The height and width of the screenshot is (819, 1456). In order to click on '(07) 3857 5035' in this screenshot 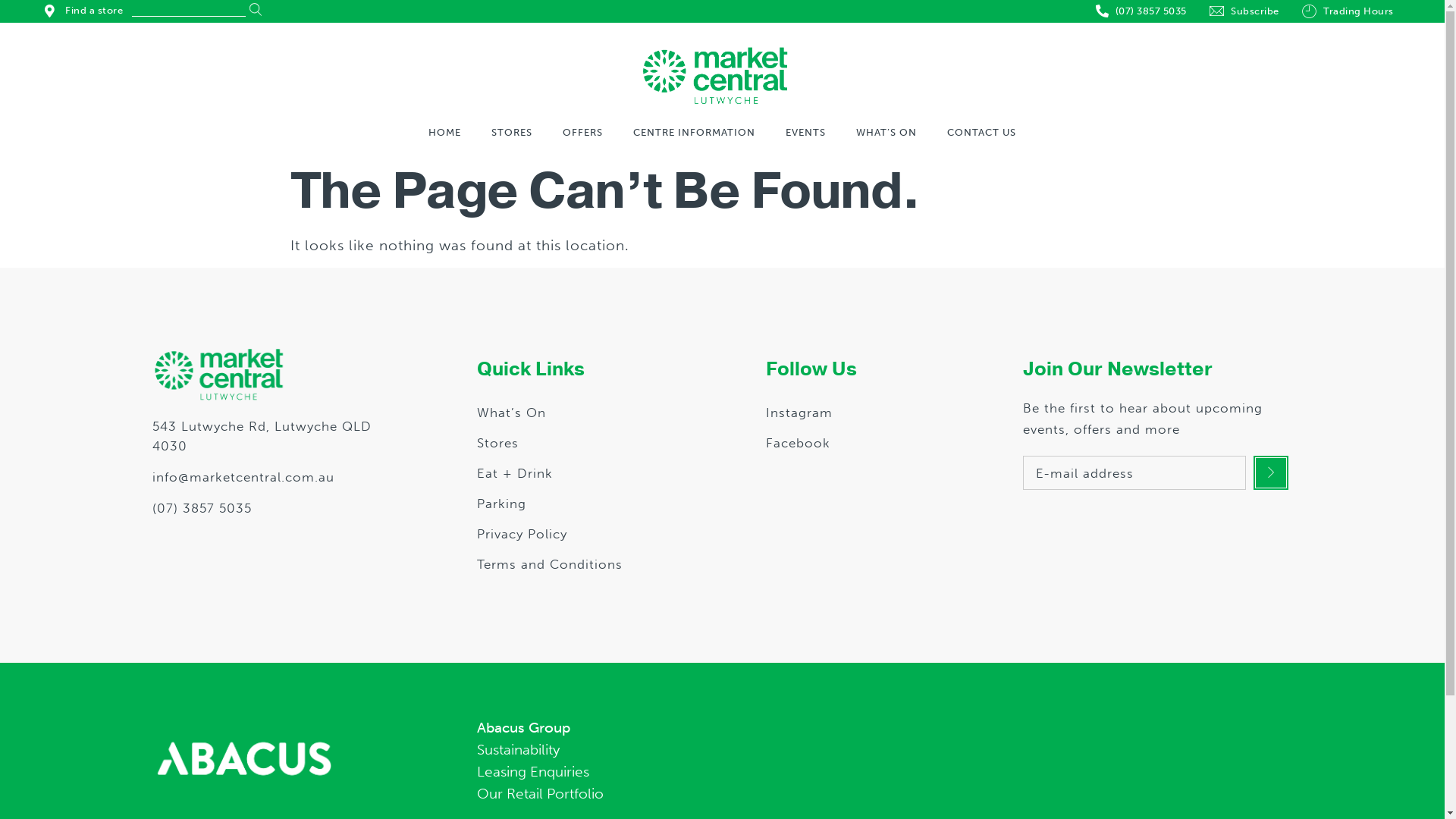, I will do `click(273, 509)`.